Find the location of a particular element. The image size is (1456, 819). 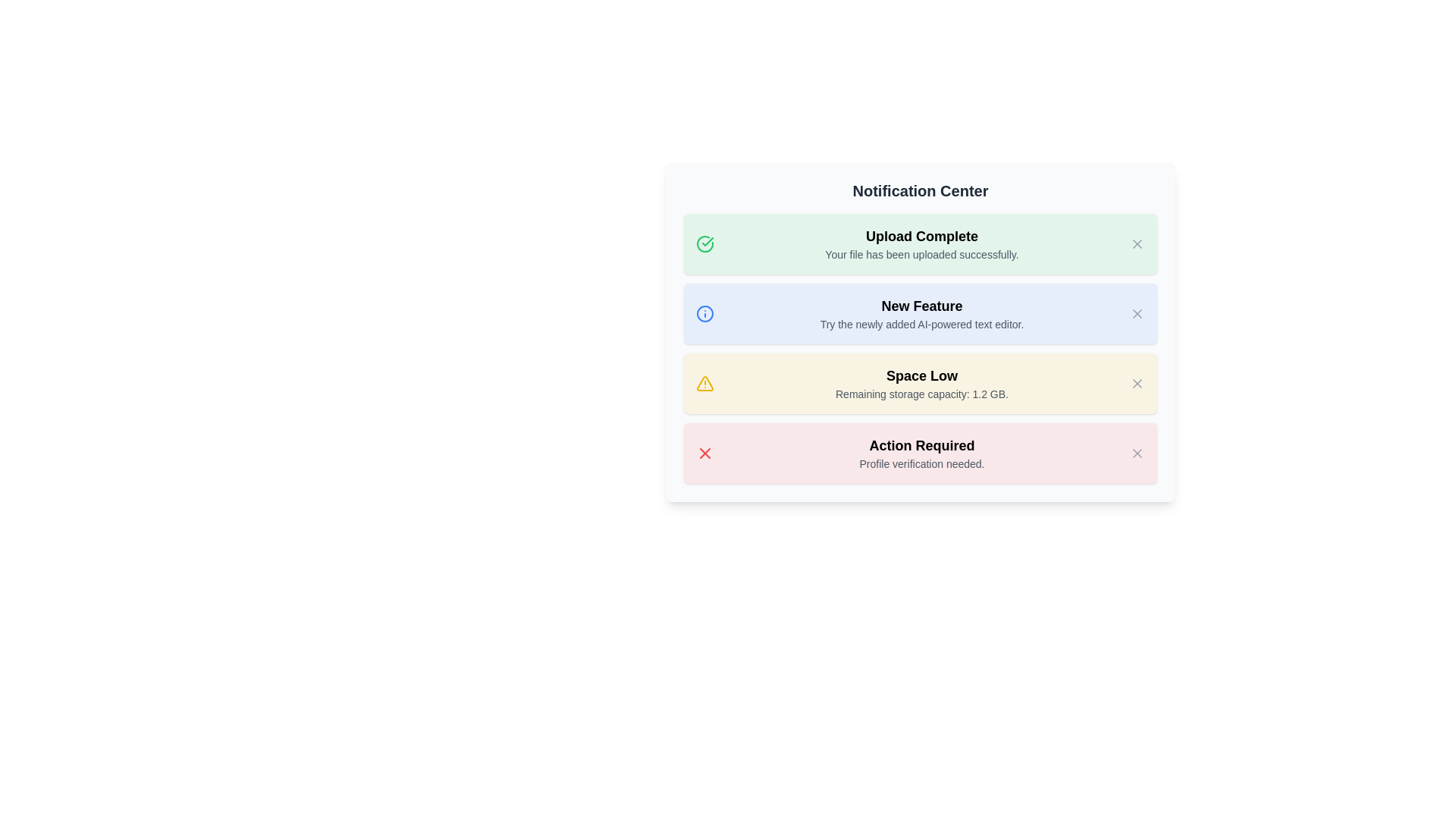

text content of the header Text Label located at the top of the notification section, which provides context for the items listed underneath is located at coordinates (920, 190).